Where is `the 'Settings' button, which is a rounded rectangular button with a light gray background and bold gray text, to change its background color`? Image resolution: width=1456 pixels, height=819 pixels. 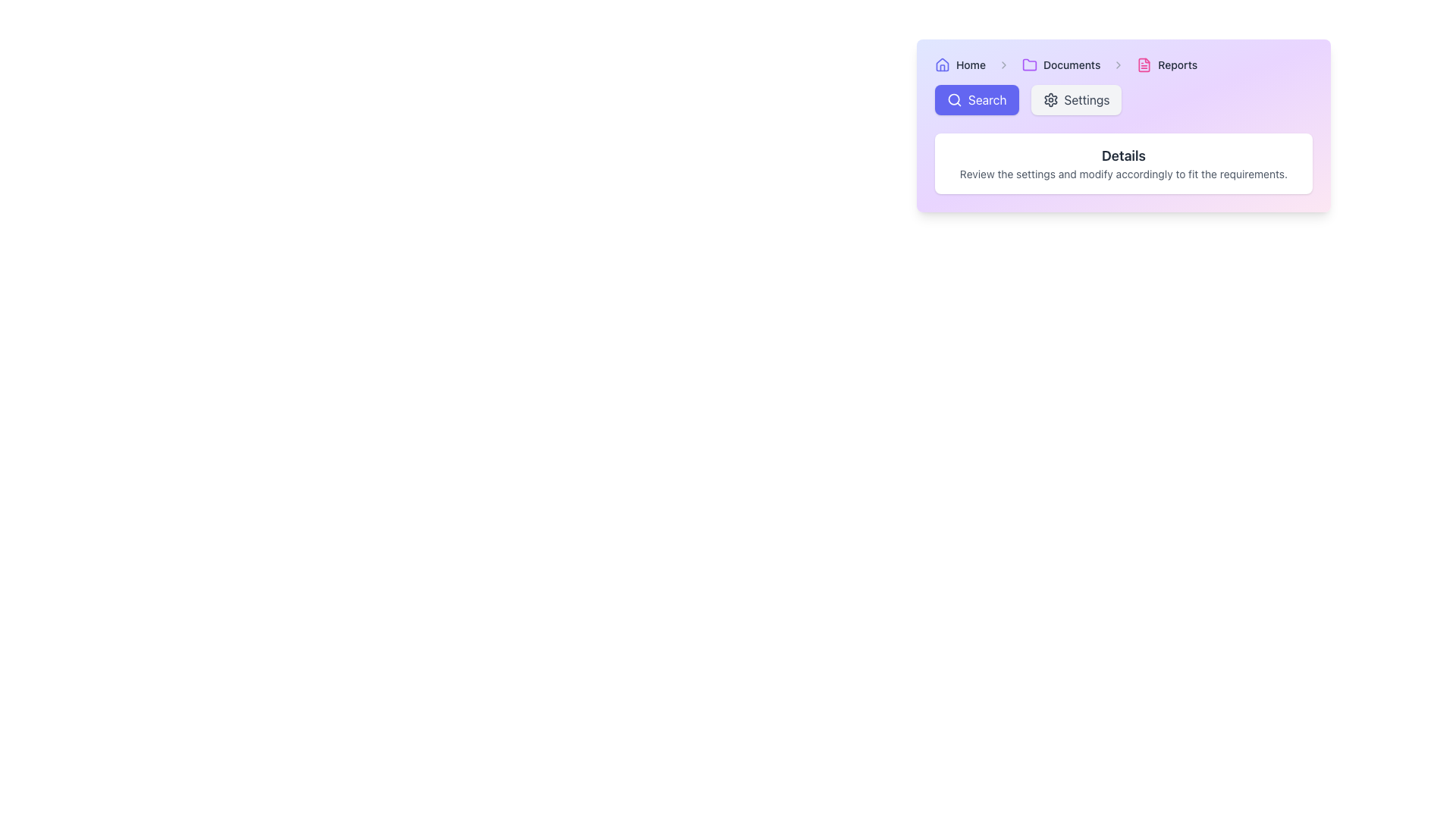
the 'Settings' button, which is a rounded rectangular button with a light gray background and bold gray text, to change its background color is located at coordinates (1075, 99).